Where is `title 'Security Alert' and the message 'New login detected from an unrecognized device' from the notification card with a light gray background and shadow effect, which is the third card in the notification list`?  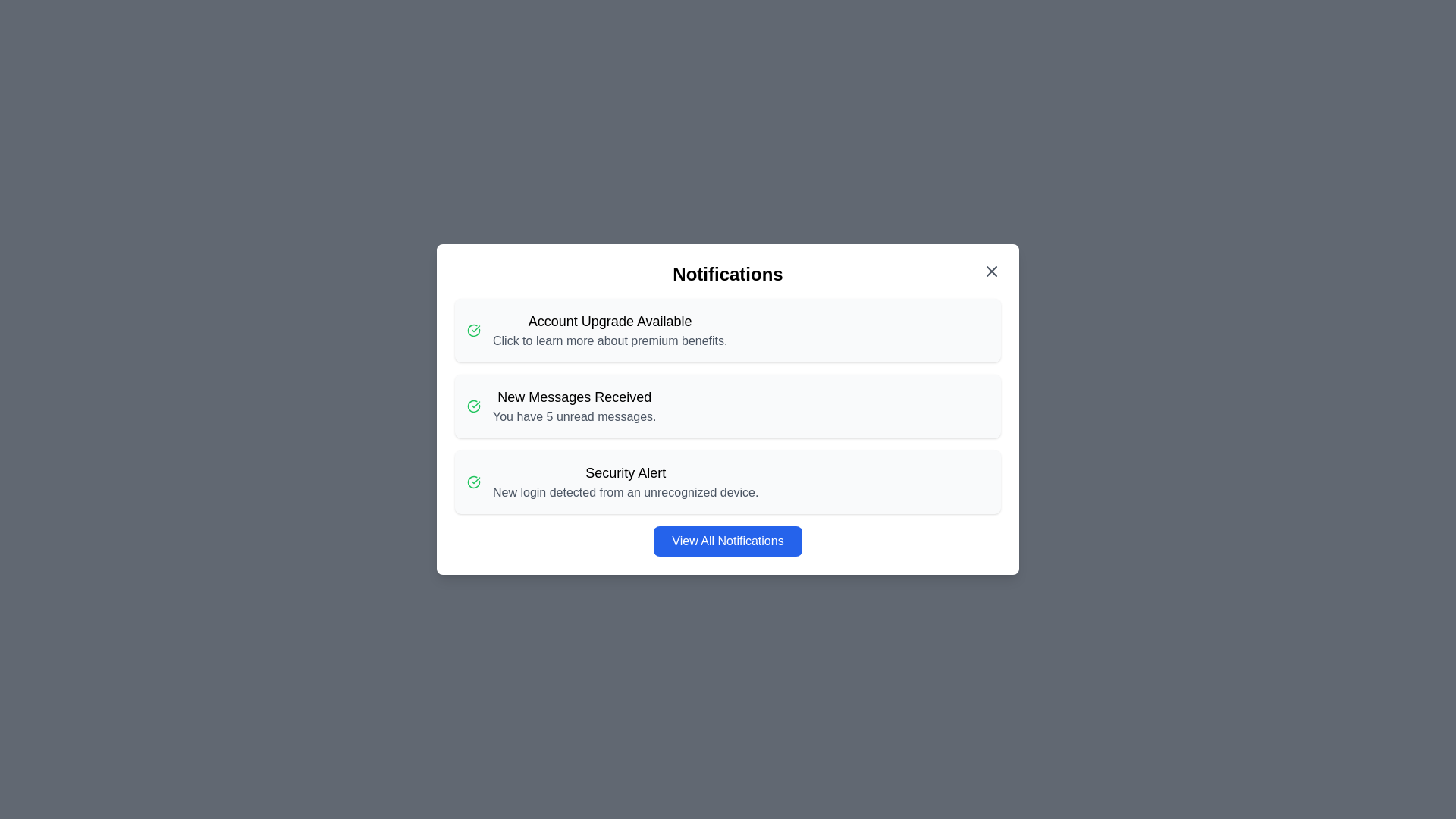 title 'Security Alert' and the message 'New login detected from an unrecognized device' from the notification card with a light gray background and shadow effect, which is the third card in the notification list is located at coordinates (728, 482).